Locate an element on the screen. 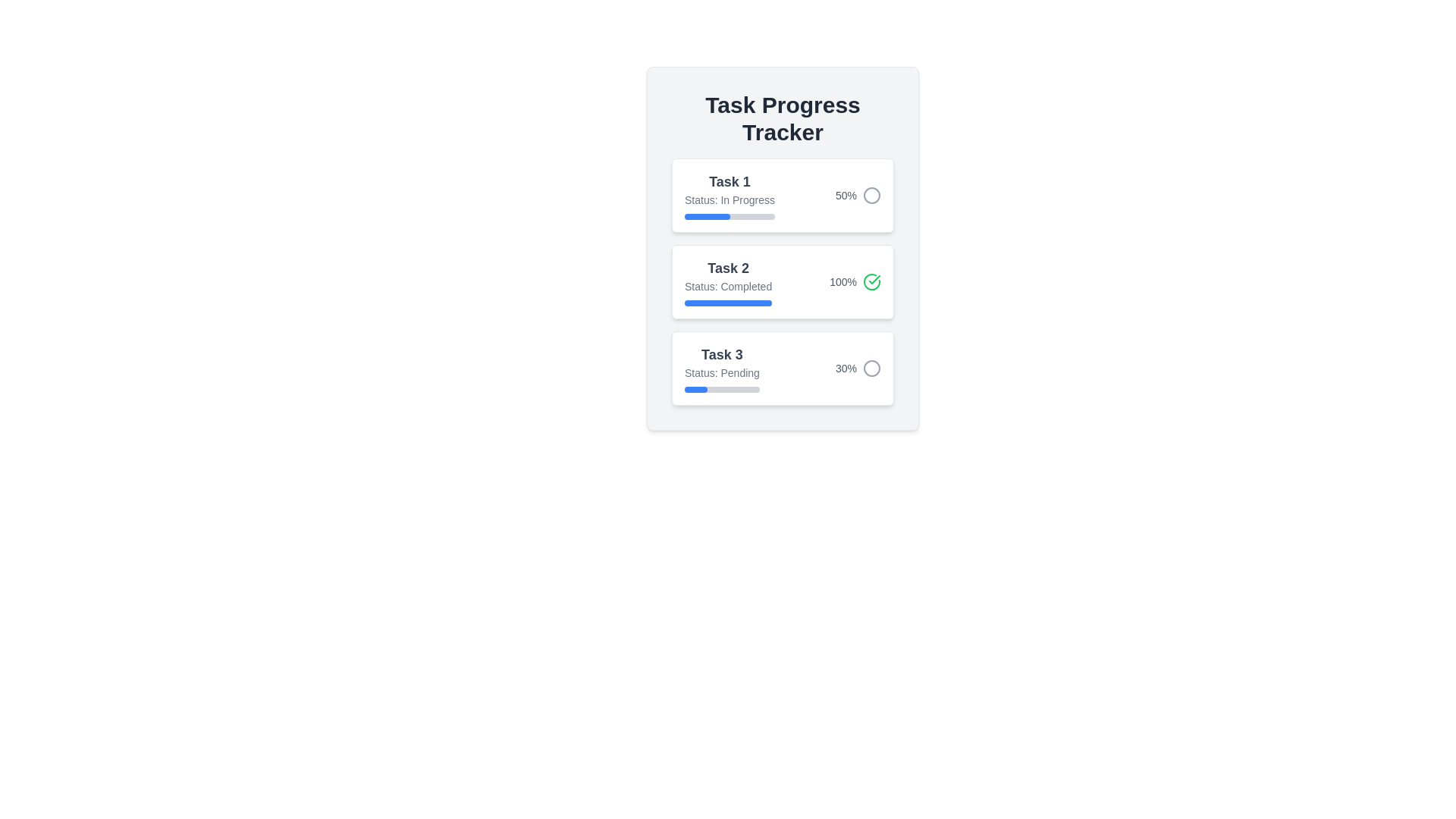 Image resolution: width=1456 pixels, height=819 pixels. the static text label displaying '50%' that indicates progress within the 'Task Progress Tracker' section, located to the left of the circular icon for 'Task 1' is located at coordinates (845, 195).